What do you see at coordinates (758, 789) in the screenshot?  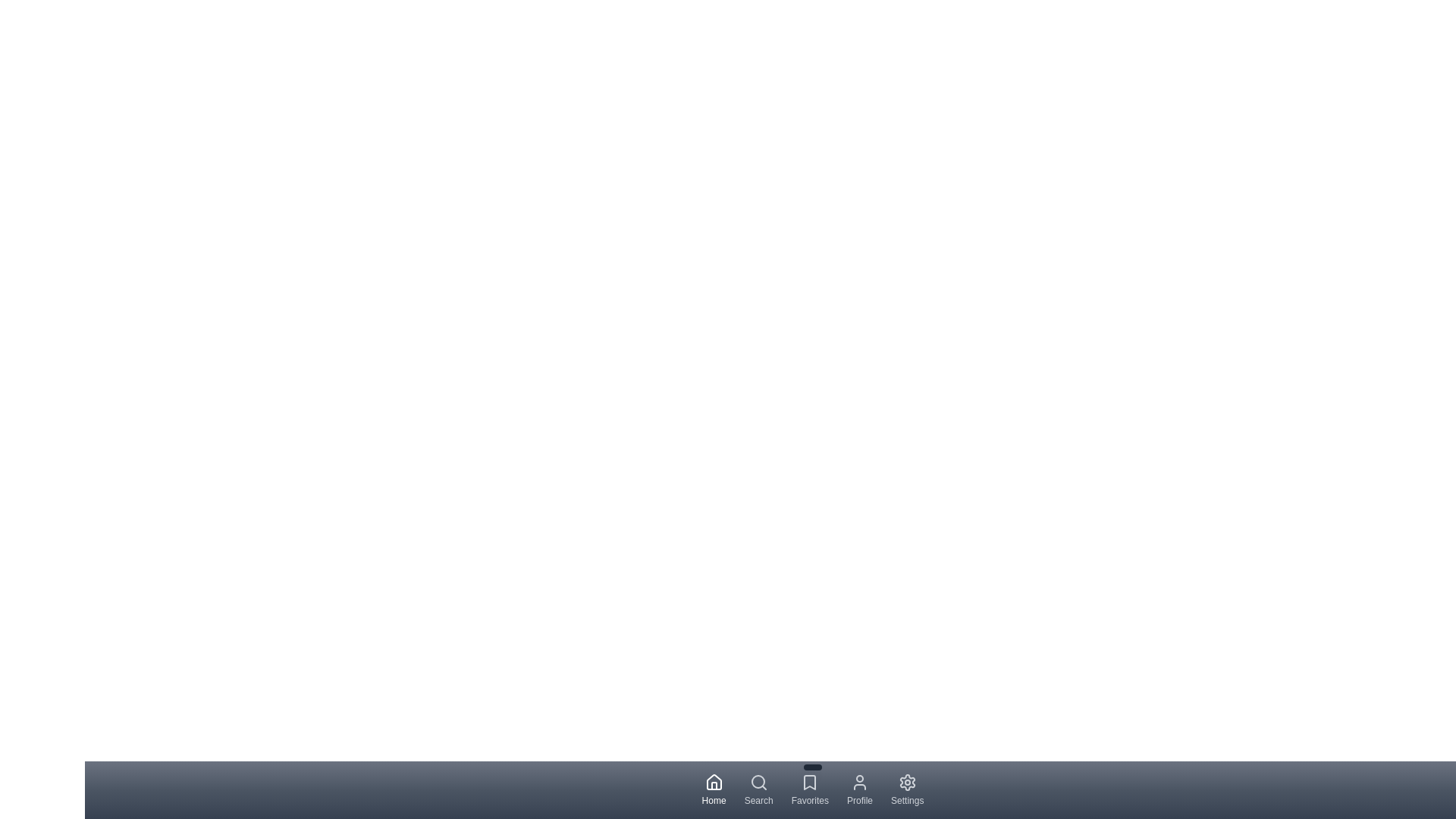 I see `the Search tab to navigate to its respective section` at bounding box center [758, 789].